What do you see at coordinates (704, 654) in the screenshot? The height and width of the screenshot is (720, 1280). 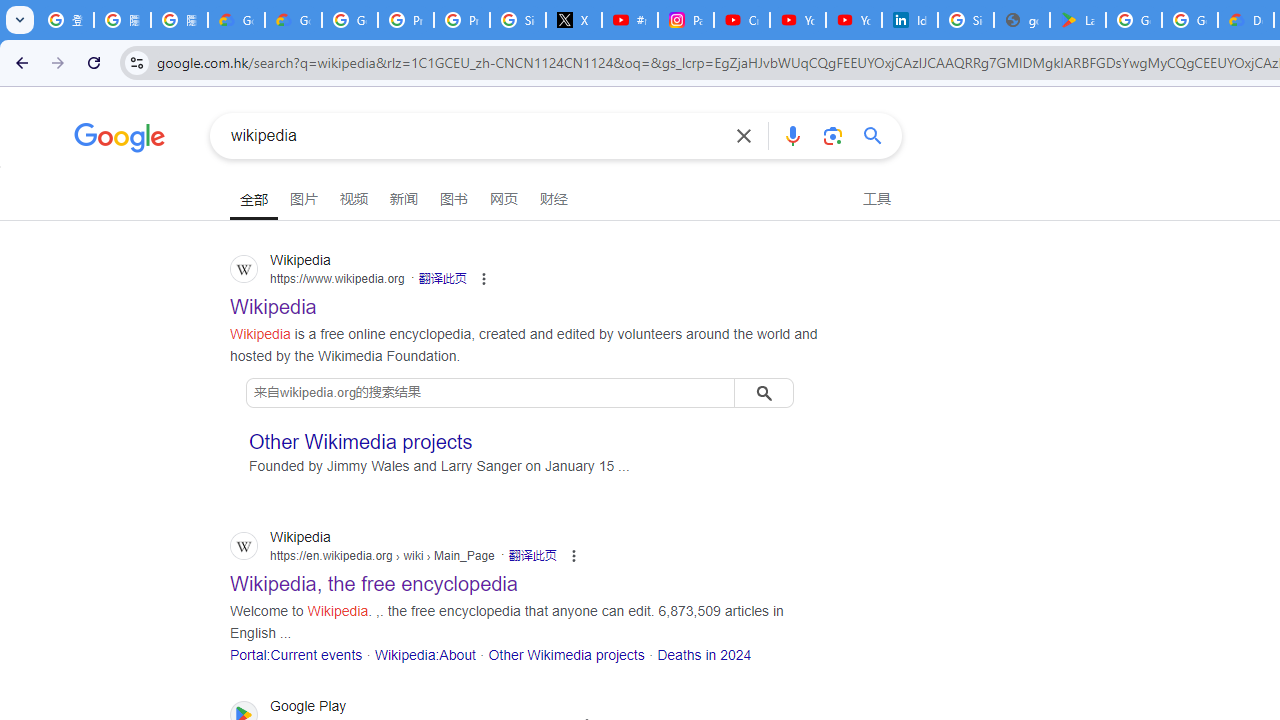 I see `'Deaths in 2024'` at bounding box center [704, 654].